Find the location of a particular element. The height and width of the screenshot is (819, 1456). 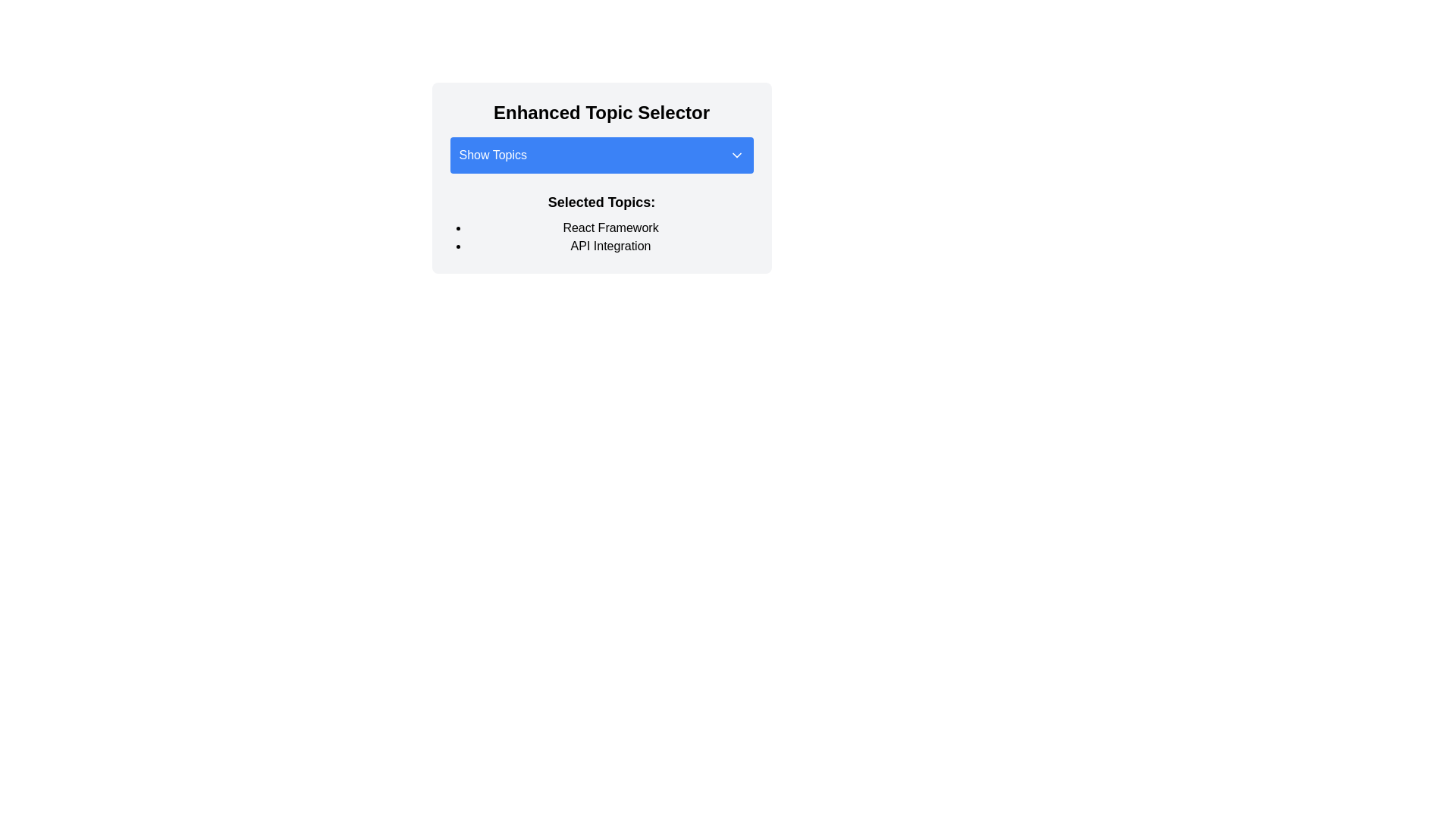

the list item containing the text 'API Integration', which is the second item in the bulleted list under the 'Selected Topics' section is located at coordinates (610, 245).